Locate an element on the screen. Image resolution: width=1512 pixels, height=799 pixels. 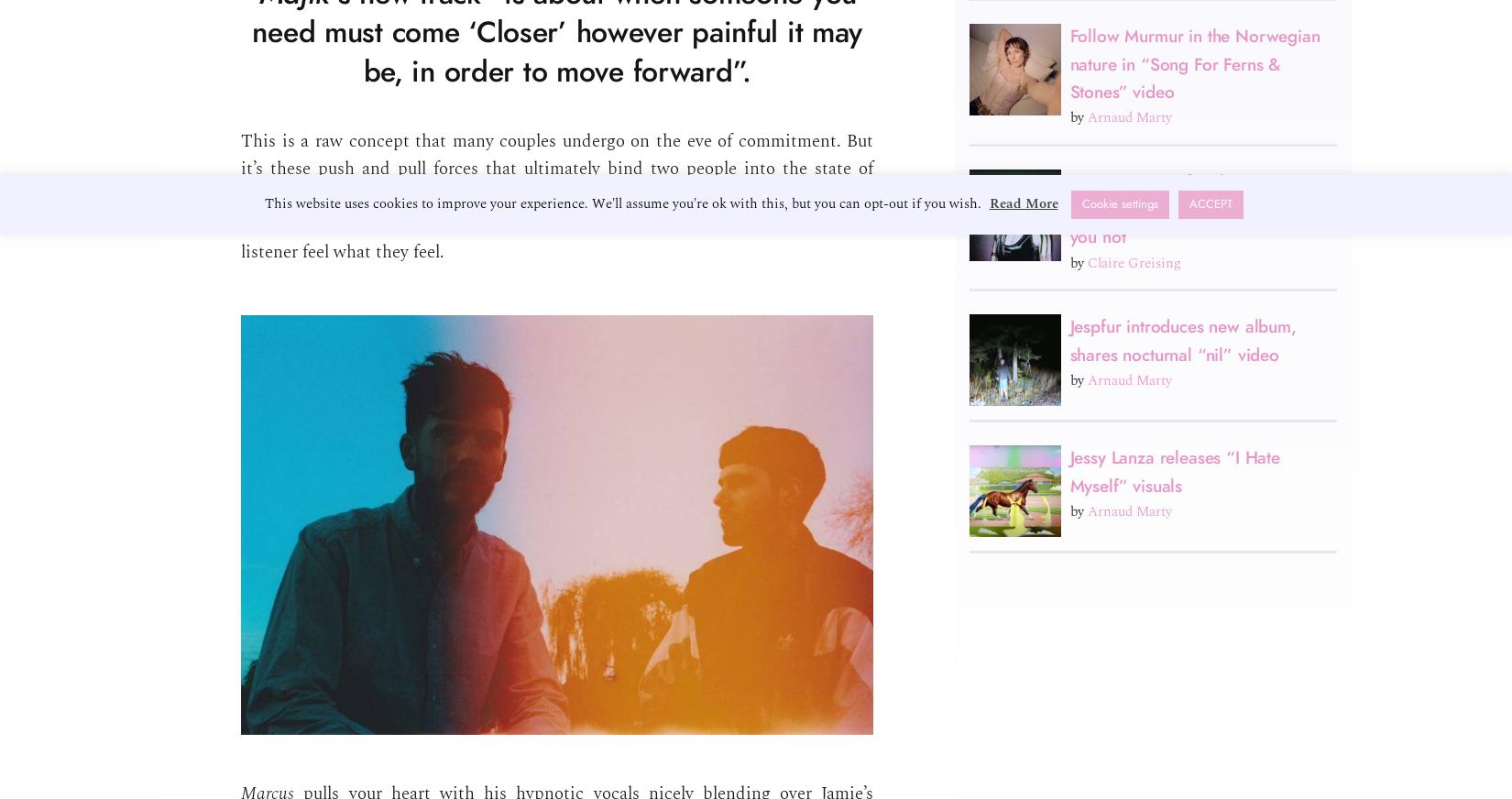
'Read More' is located at coordinates (1023, 202).